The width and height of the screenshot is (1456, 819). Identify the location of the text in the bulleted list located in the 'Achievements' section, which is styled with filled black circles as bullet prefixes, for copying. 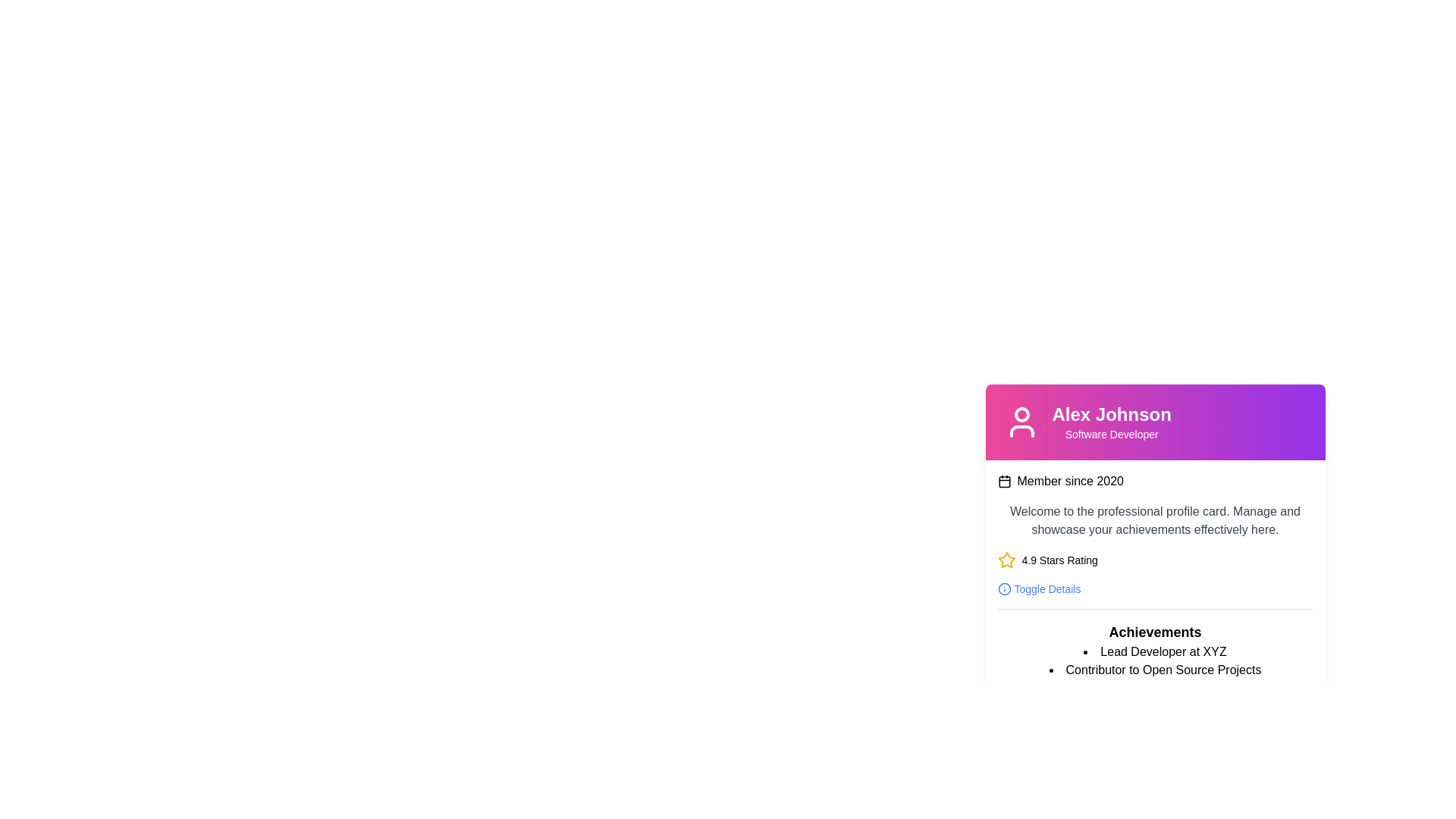
(1154, 669).